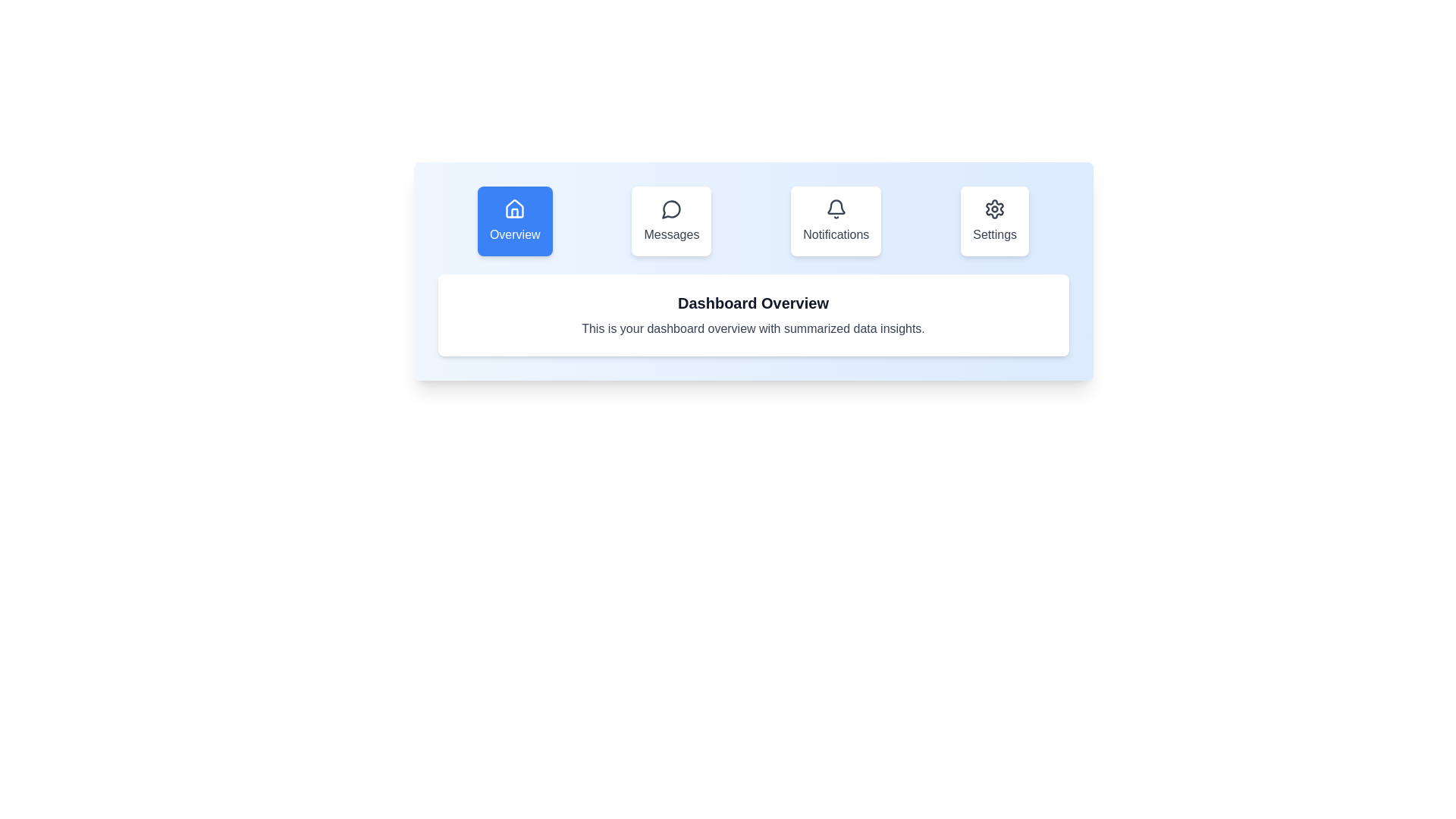 This screenshot has width=1456, height=819. What do you see at coordinates (670, 221) in the screenshot?
I see `the 'Messages' navigation button, which is the second button in a row of four` at bounding box center [670, 221].